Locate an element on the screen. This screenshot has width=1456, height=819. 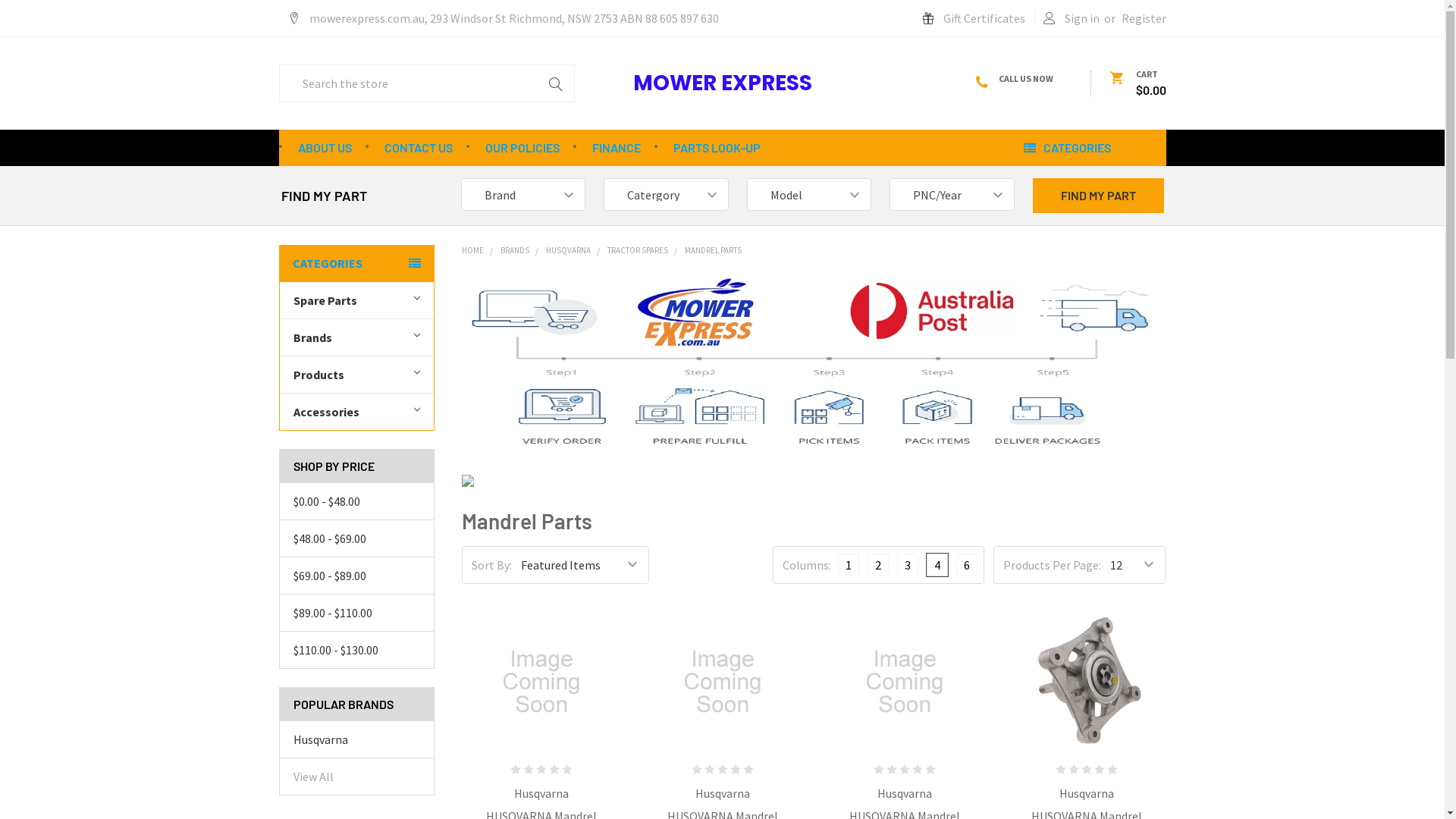
'Sign in' is located at coordinates (1070, 17).